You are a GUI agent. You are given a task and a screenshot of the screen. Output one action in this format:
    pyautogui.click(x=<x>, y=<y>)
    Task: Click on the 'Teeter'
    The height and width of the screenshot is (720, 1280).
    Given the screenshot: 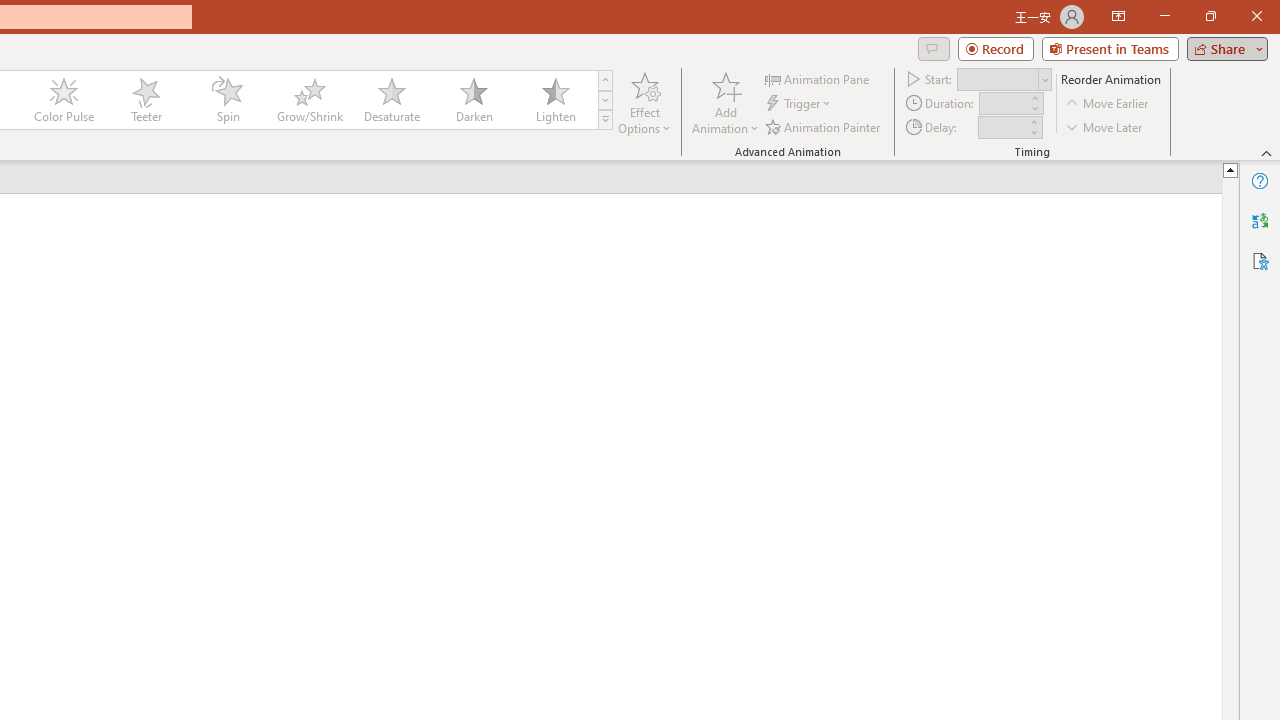 What is the action you would take?
    pyautogui.click(x=144, y=100)
    